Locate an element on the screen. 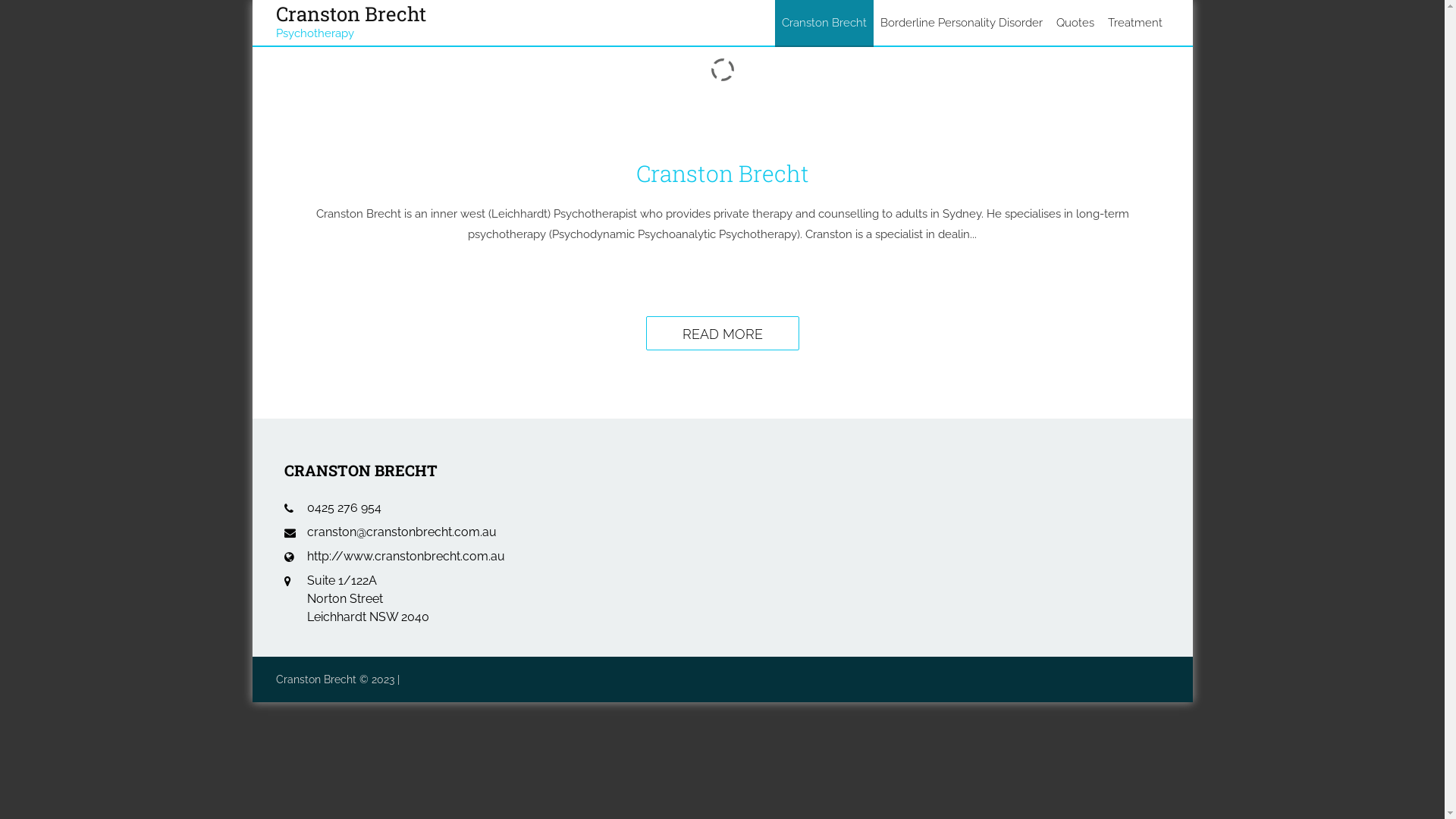  'READ MORE' is located at coordinates (722, 332).